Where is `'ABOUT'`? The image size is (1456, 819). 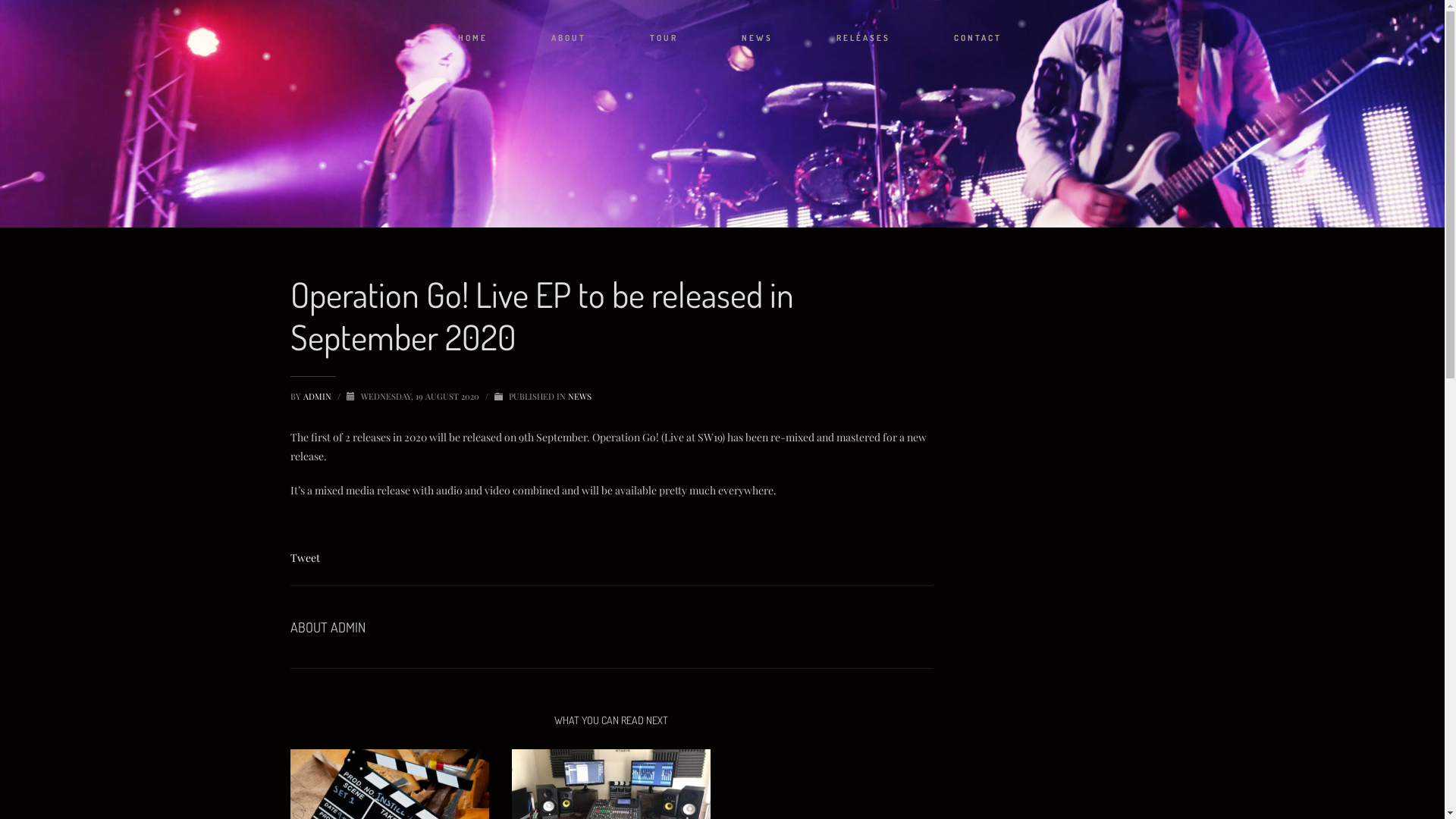 'ABOUT' is located at coordinates (567, 37).